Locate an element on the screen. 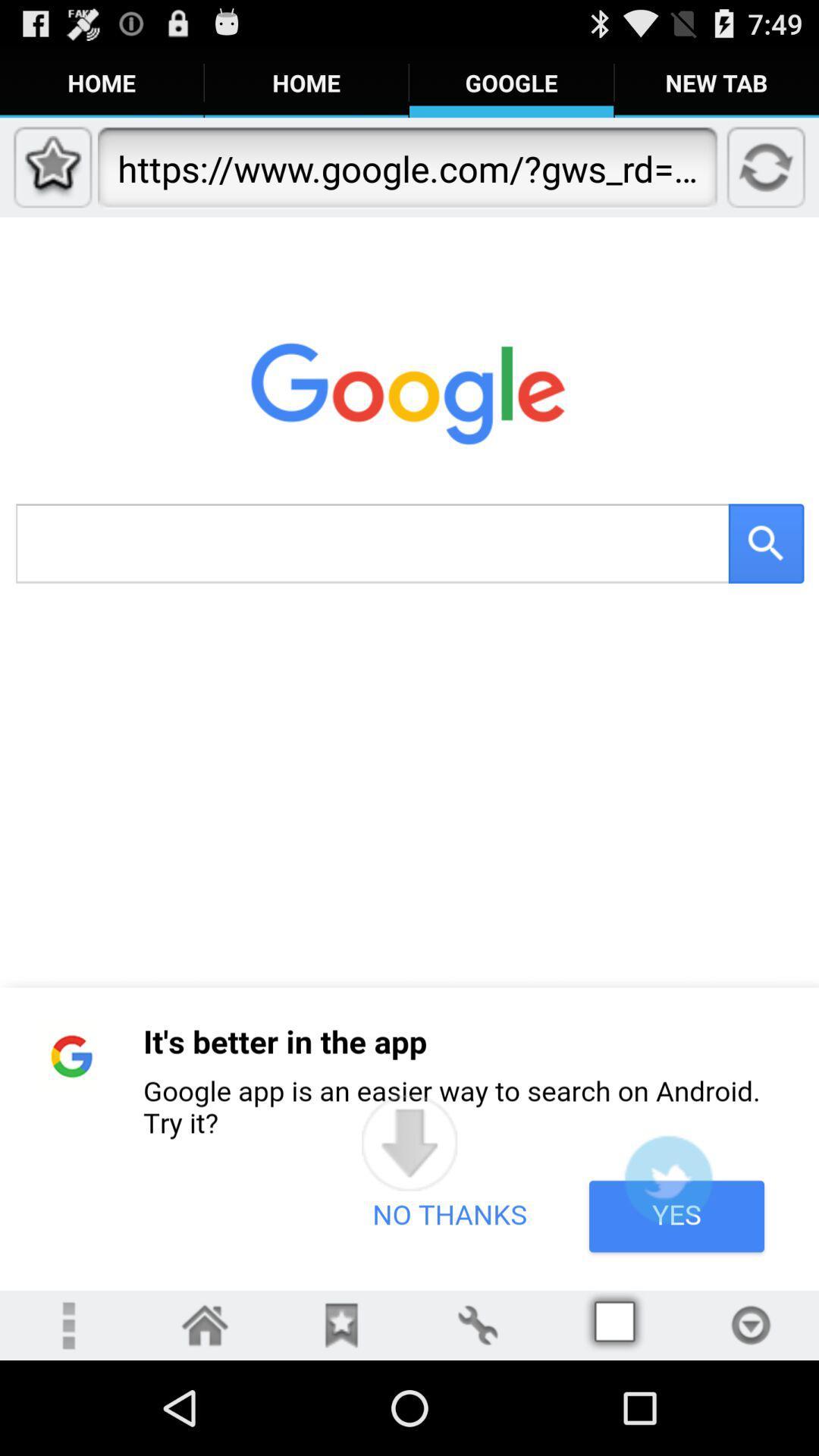 This screenshot has height=1456, width=819. the arrow_downward icon is located at coordinates (409, 1223).